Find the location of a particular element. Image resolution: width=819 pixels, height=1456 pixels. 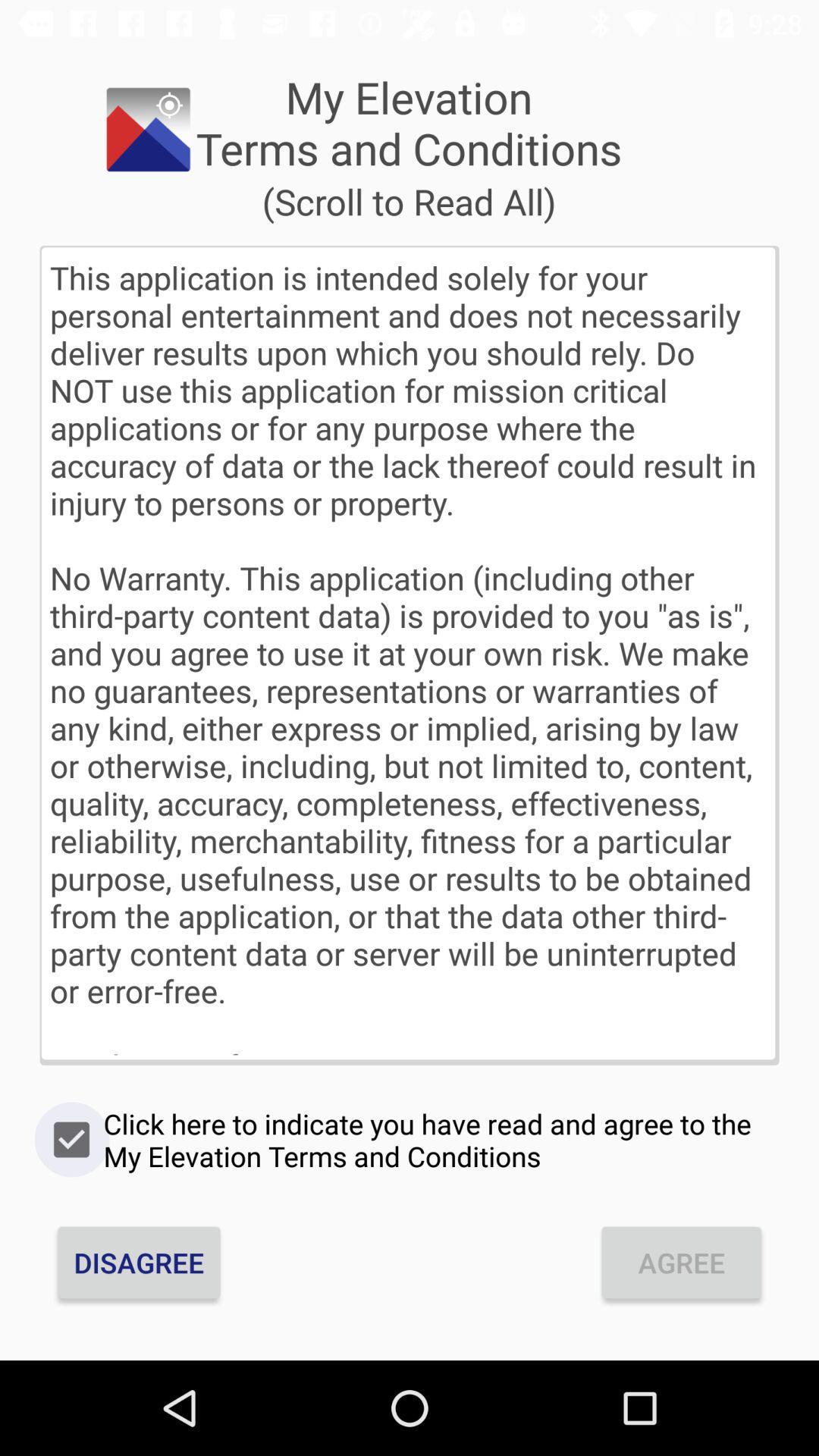

click here to icon is located at coordinates (409, 1140).